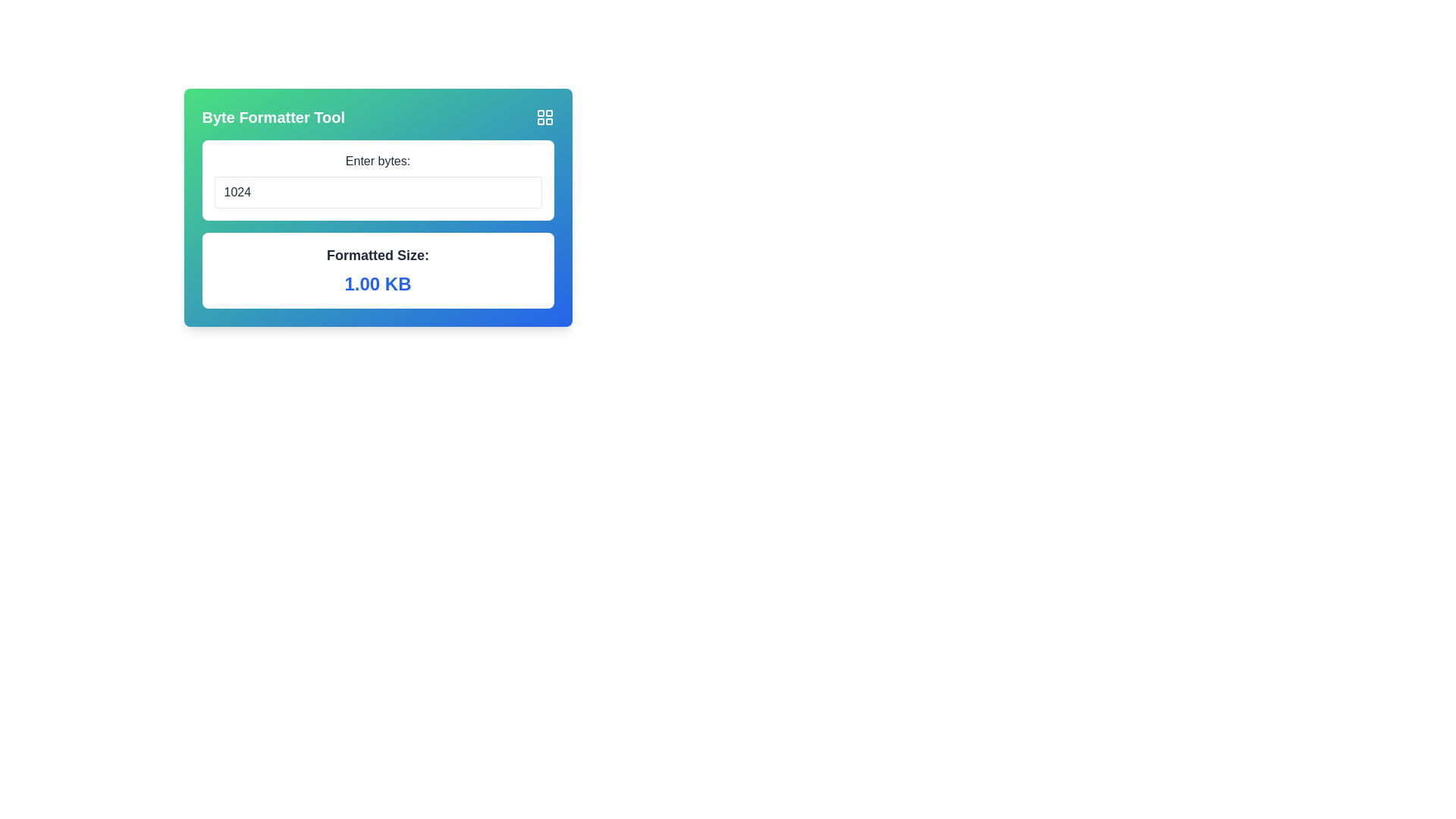 This screenshot has height=819, width=1456. What do you see at coordinates (378, 254) in the screenshot?
I see `the Text label that describes the formatted size value, located in the middle-lower part of the card layout above the size value and below the input box` at bounding box center [378, 254].